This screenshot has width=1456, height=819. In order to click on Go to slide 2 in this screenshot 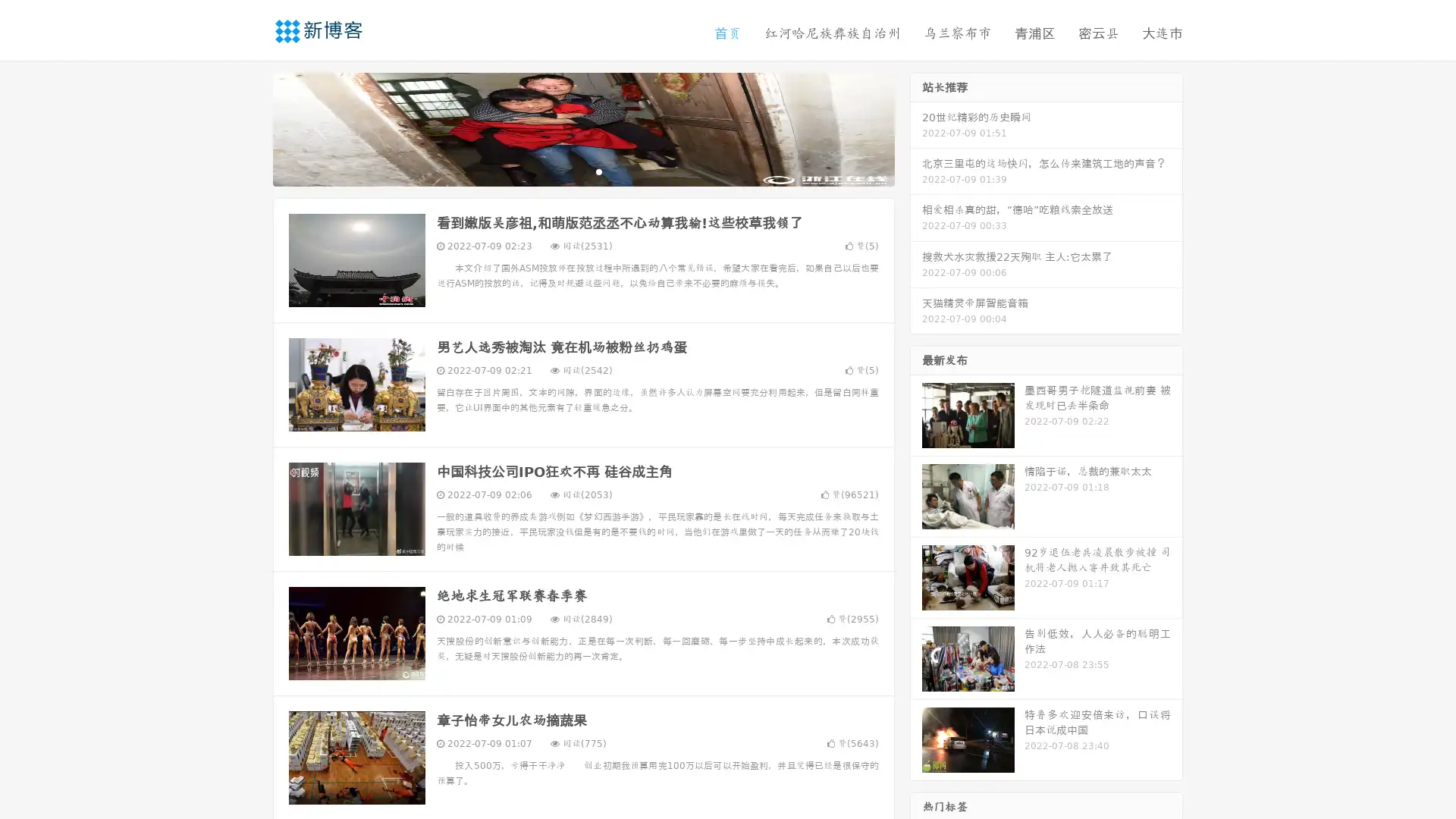, I will do `click(582, 171)`.